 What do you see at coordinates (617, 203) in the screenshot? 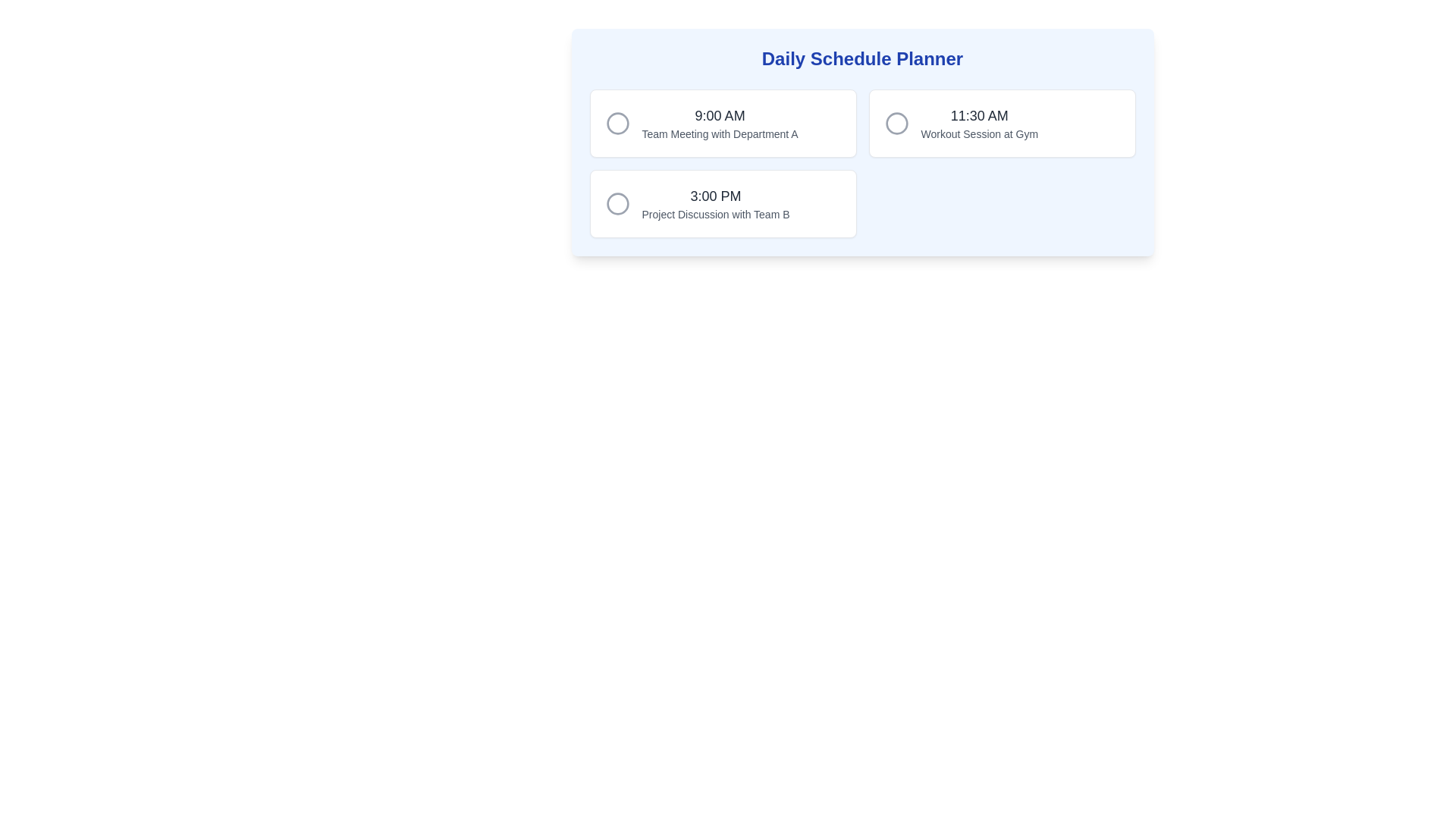
I see `the circular icon located to the left of the text '3:00 PM Project Discussion with Team B' in the bottom rectangular card of the schedule entry` at bounding box center [617, 203].